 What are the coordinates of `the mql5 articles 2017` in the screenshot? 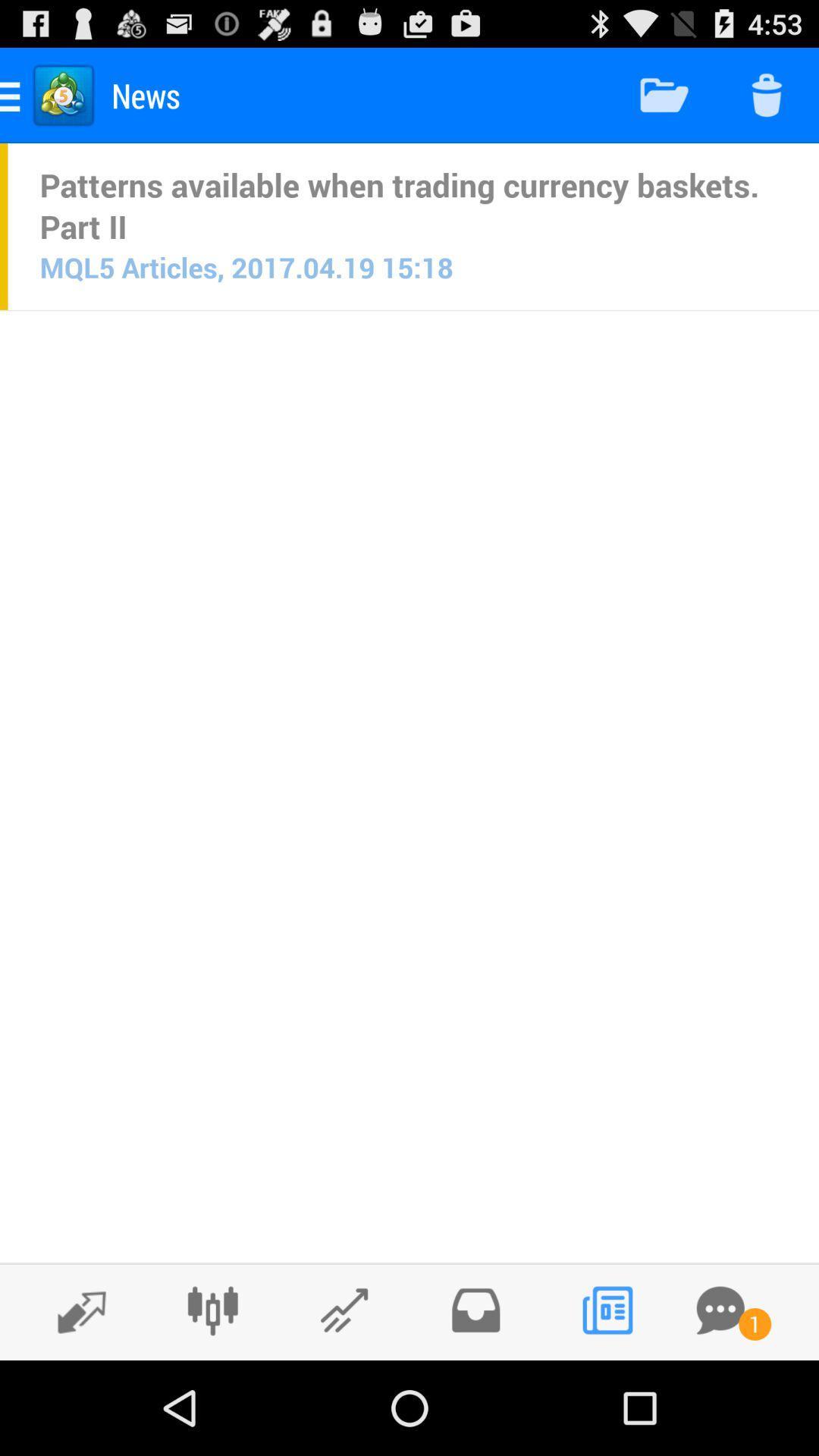 It's located at (246, 267).